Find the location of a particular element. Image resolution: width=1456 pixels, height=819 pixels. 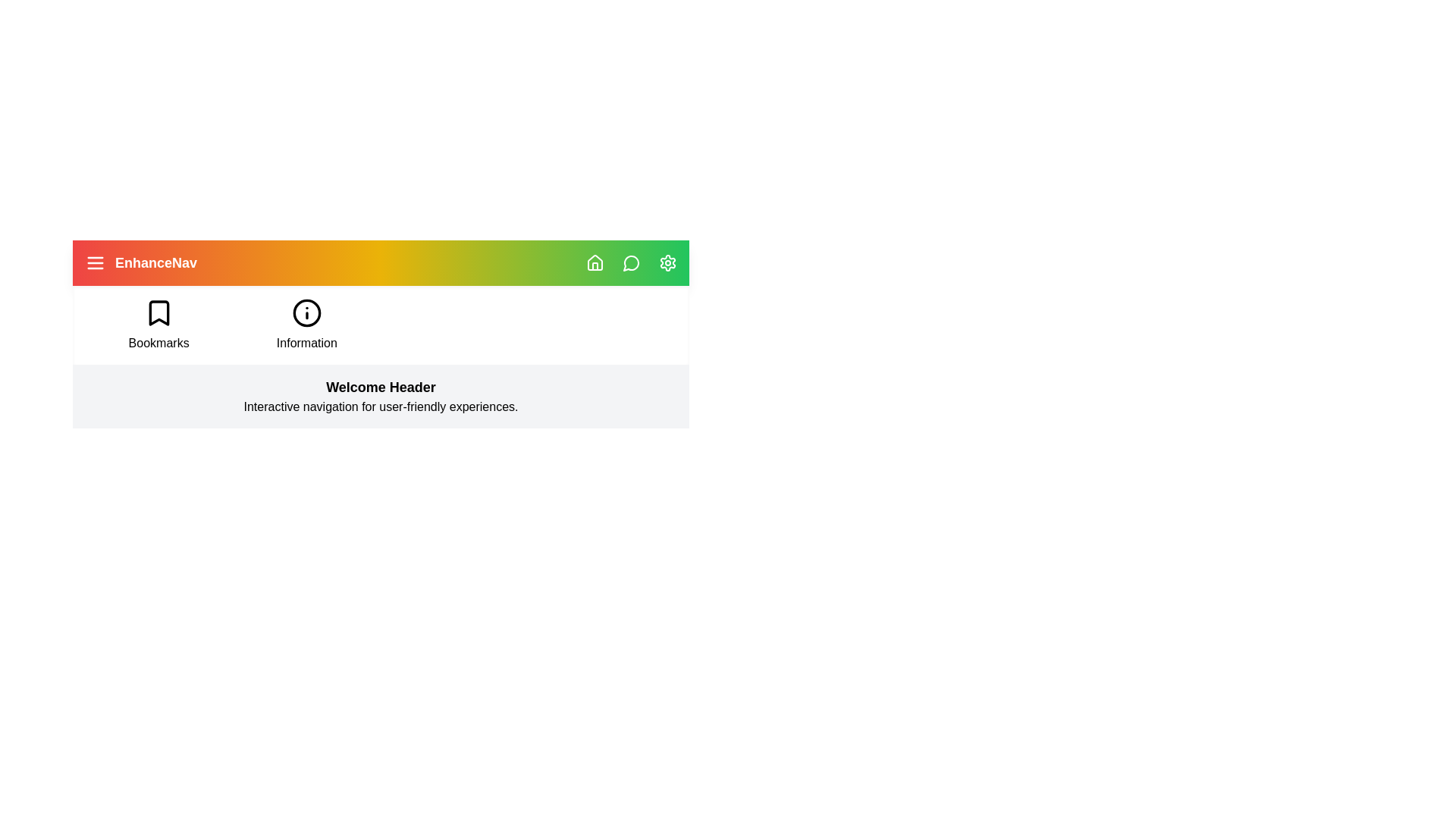

the navigation icon settings is located at coordinates (667, 262).